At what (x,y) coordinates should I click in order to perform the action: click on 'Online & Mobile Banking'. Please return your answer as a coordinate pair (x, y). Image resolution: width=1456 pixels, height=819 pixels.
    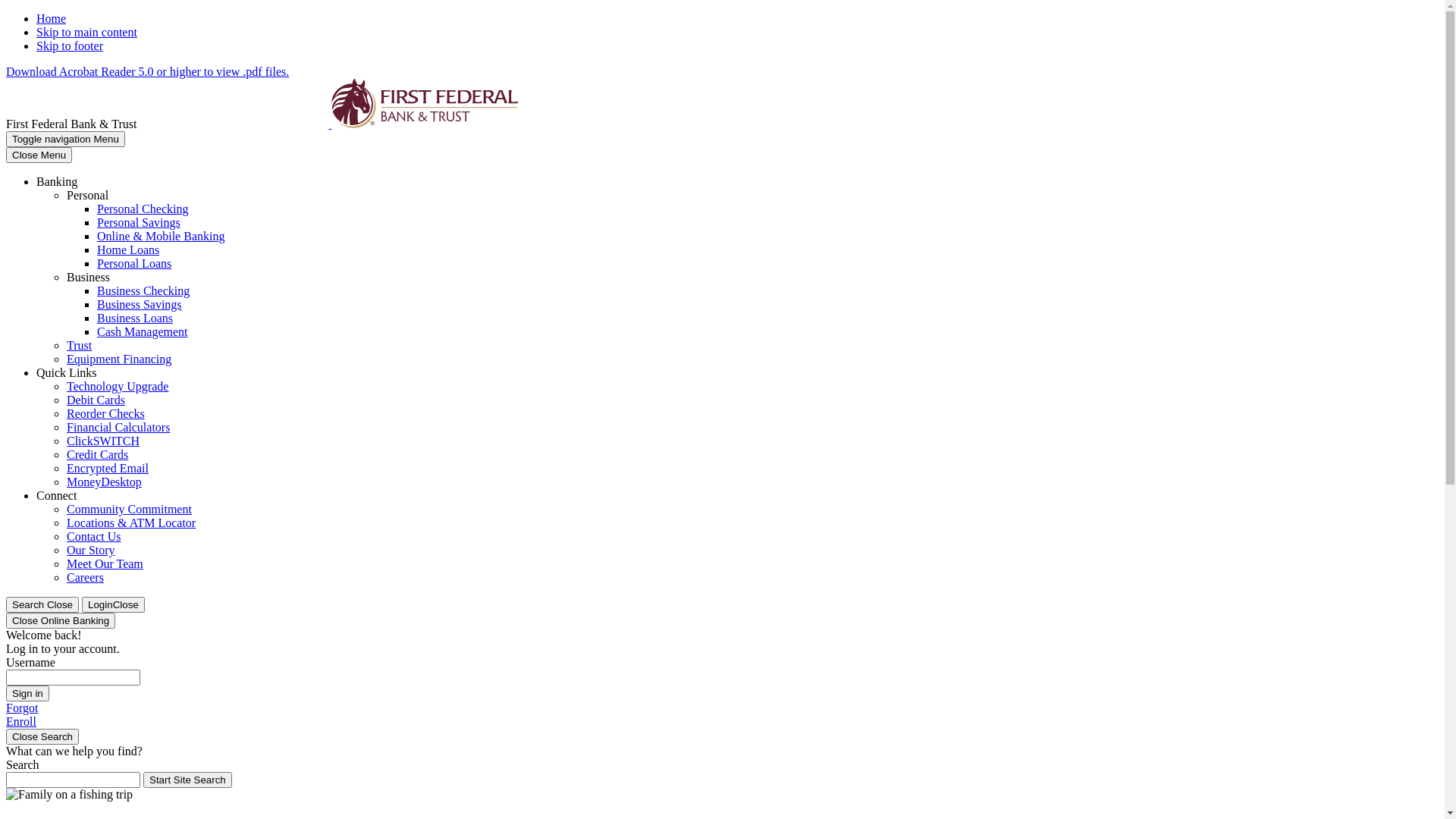
    Looking at the image, I should click on (160, 236).